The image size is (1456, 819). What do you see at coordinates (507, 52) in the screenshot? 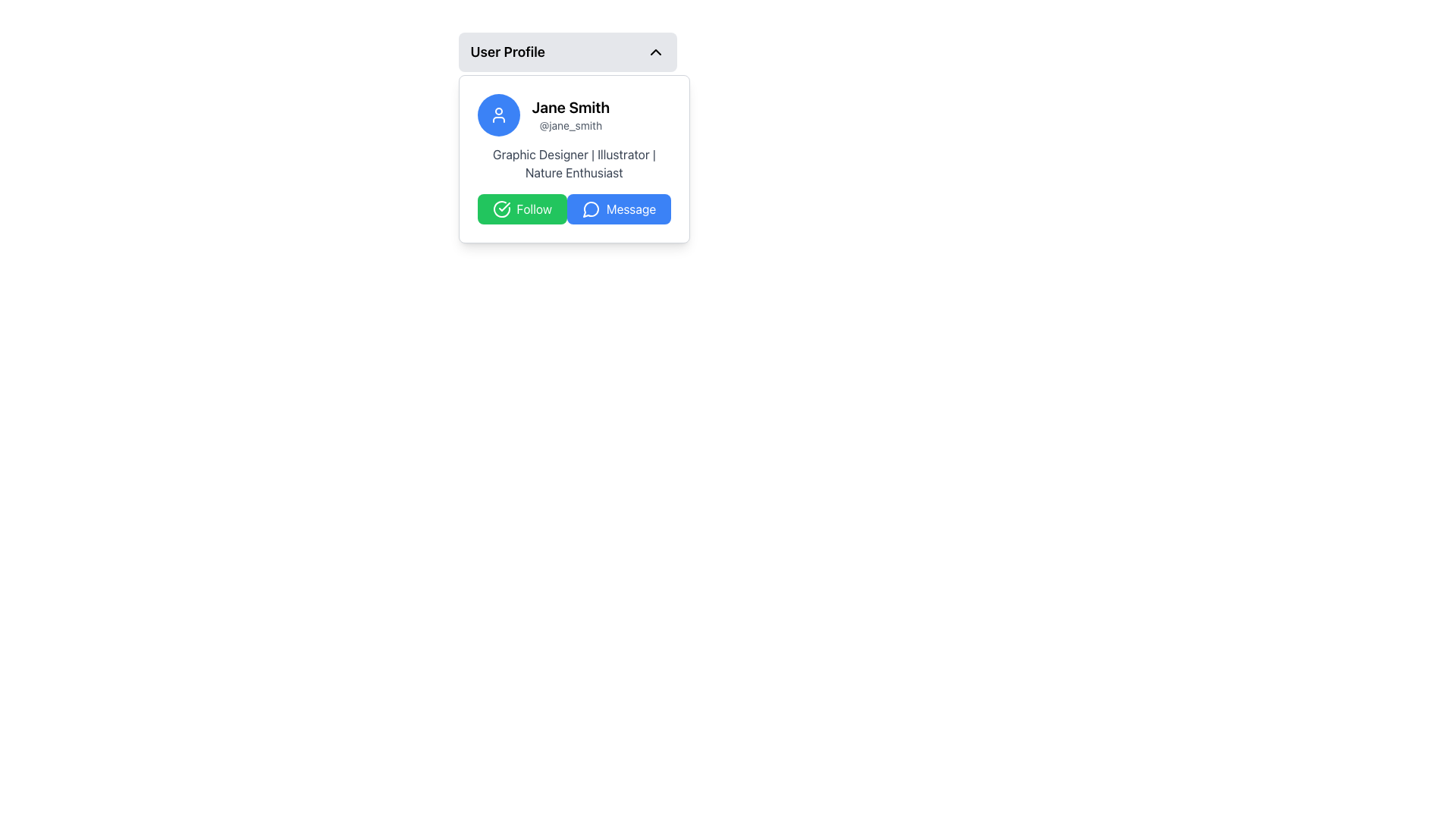
I see `the content of the 'User Profile' text label located in the header section of the dropdown menu, positioned at the top-left before the dropdown arrow icon` at bounding box center [507, 52].